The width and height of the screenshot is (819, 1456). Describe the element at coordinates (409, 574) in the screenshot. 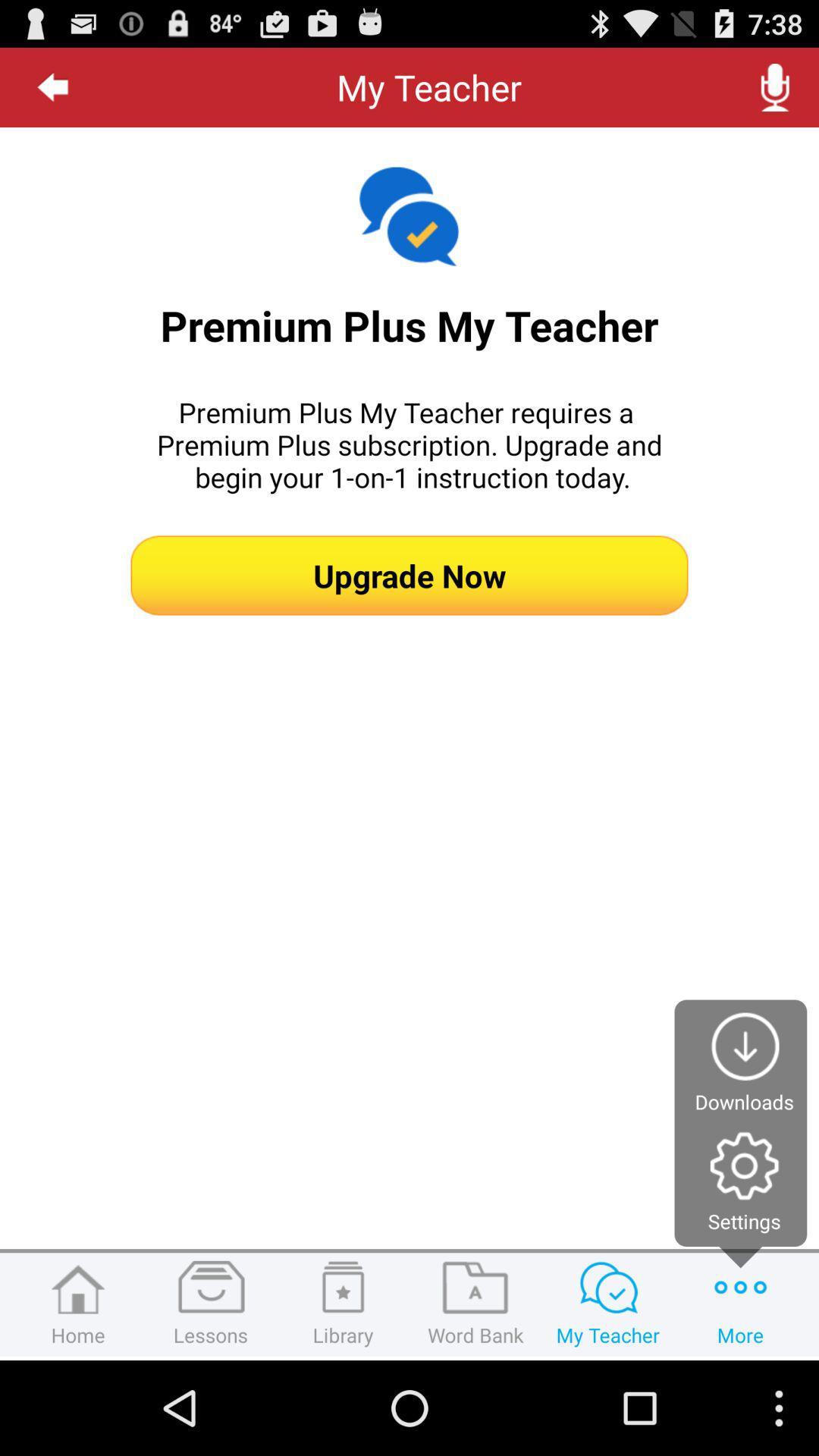

I see `upgrade now icon` at that location.